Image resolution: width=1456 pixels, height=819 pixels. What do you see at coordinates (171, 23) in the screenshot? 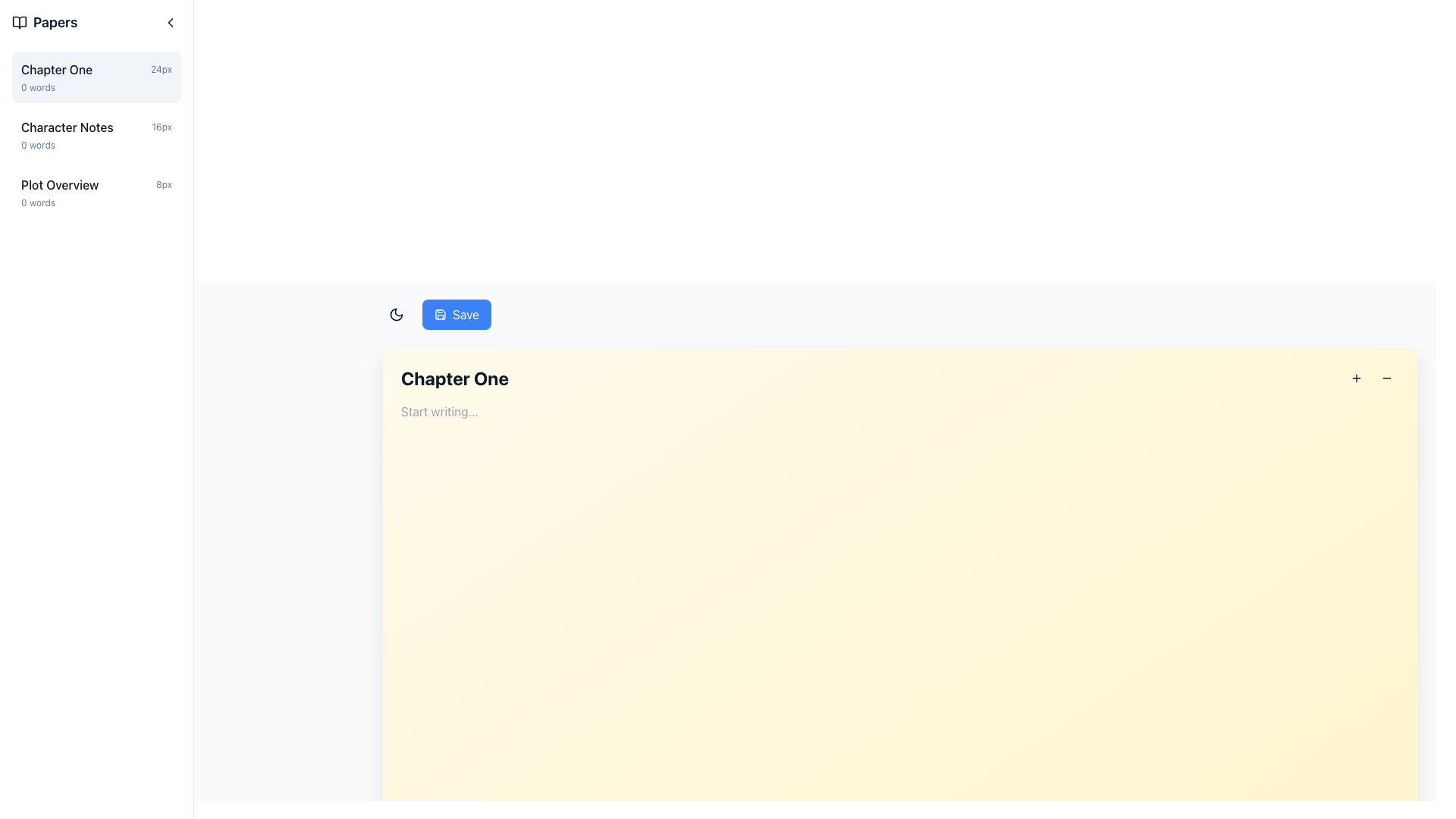
I see `the small leftward chevron button with a circular background located to the right of the 'Papers' heading at the top-left section of the page` at bounding box center [171, 23].